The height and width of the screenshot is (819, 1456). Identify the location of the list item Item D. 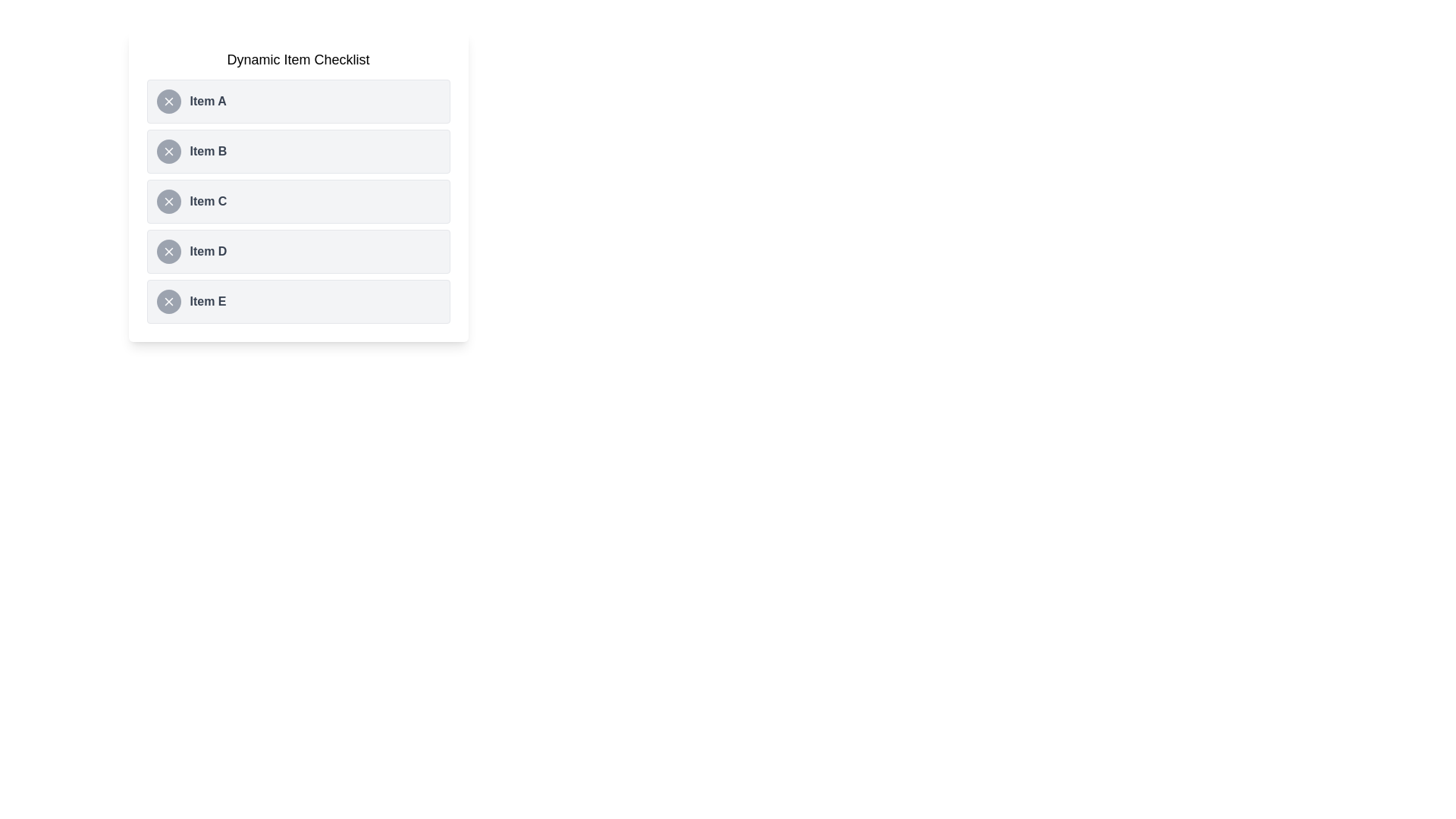
(298, 250).